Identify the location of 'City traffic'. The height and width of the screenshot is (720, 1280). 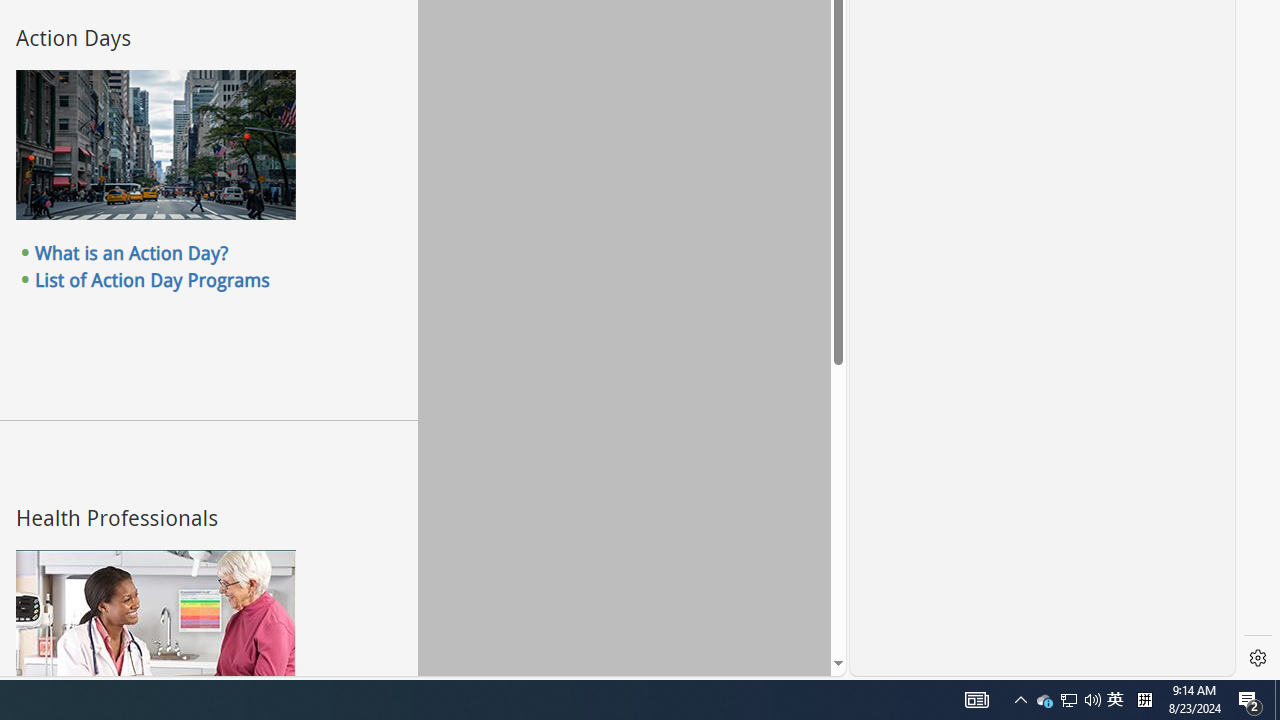
(154, 144).